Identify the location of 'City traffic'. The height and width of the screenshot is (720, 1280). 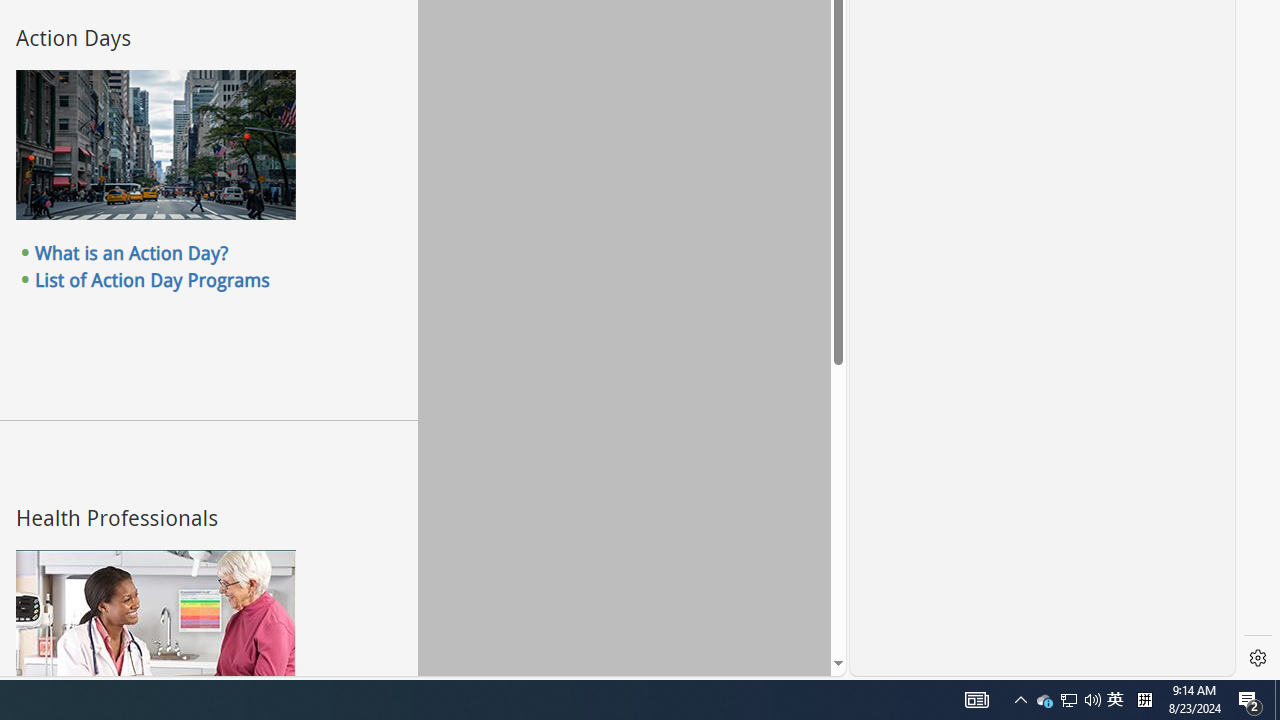
(154, 144).